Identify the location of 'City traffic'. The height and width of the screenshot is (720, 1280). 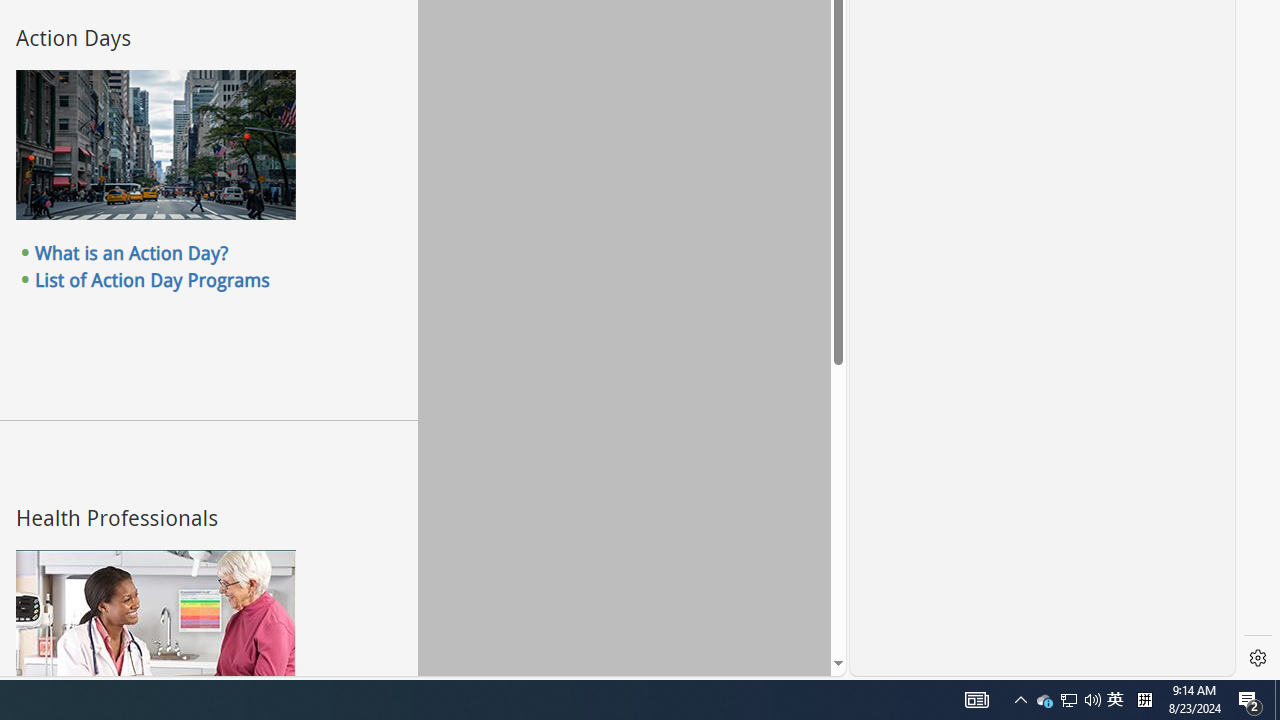
(154, 144).